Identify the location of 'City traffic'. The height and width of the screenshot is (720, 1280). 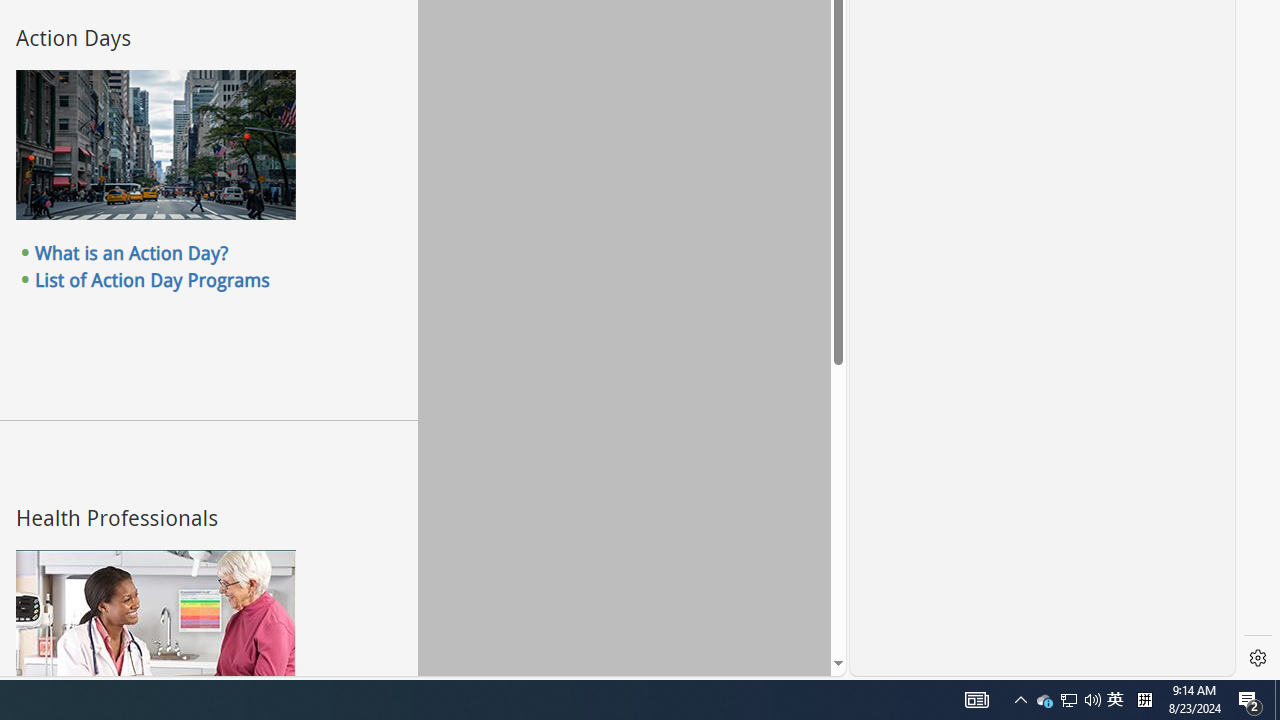
(154, 144).